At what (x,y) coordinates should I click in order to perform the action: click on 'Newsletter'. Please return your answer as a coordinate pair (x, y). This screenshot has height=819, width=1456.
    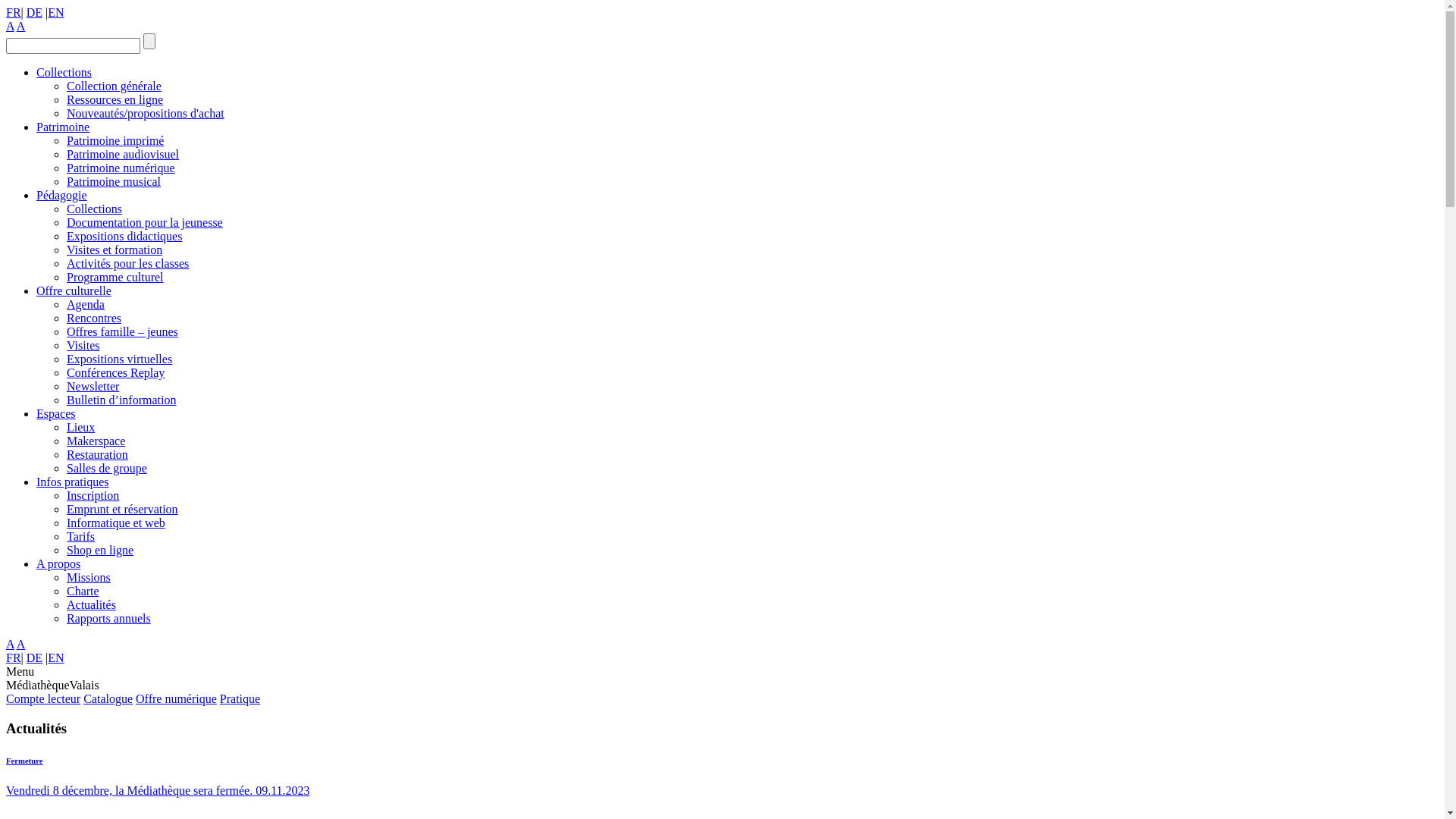
    Looking at the image, I should click on (92, 385).